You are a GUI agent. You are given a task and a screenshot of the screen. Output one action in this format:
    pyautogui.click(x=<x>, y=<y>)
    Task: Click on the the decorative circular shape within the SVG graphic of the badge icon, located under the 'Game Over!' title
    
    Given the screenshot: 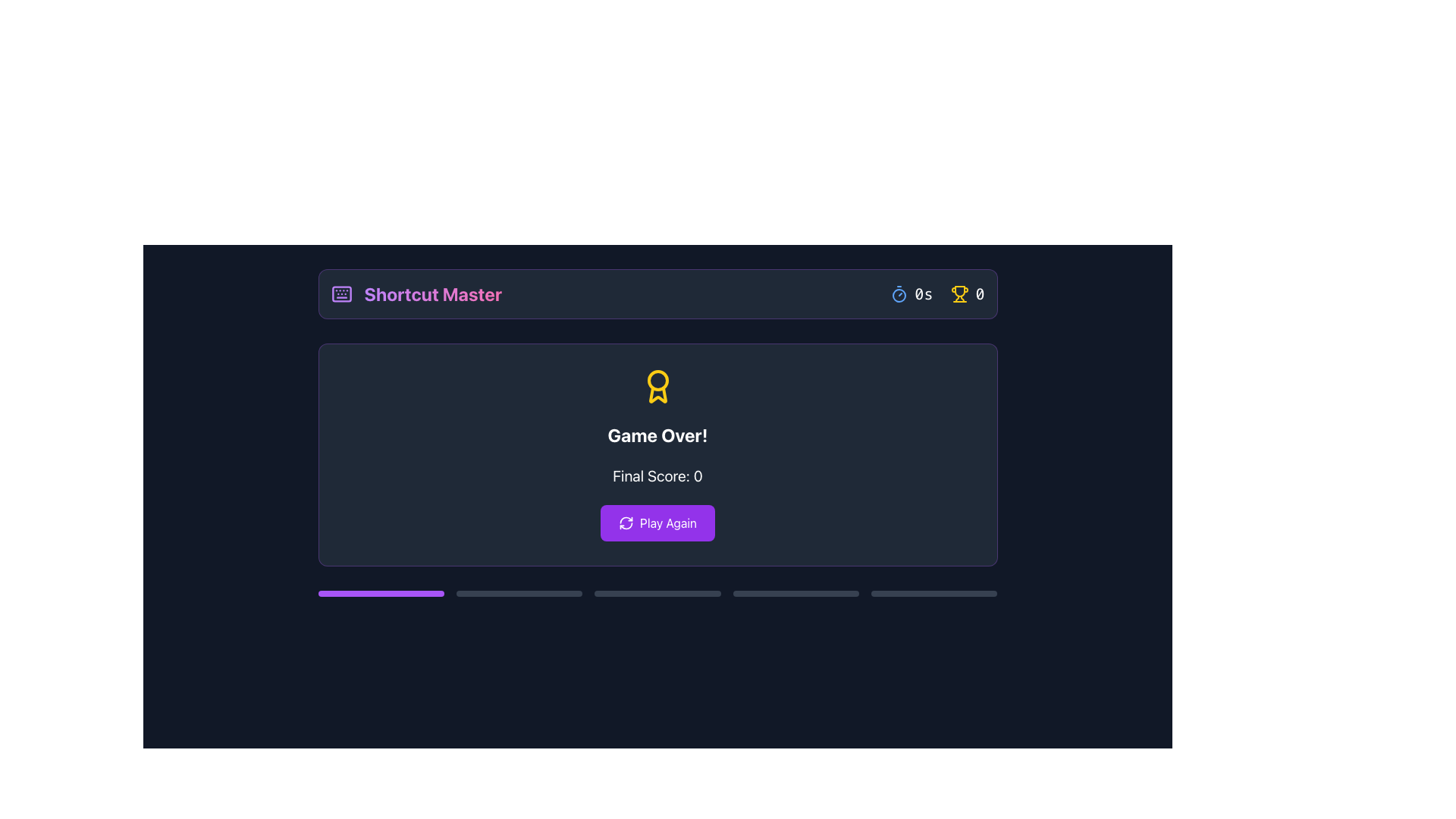 What is the action you would take?
    pyautogui.click(x=657, y=379)
    